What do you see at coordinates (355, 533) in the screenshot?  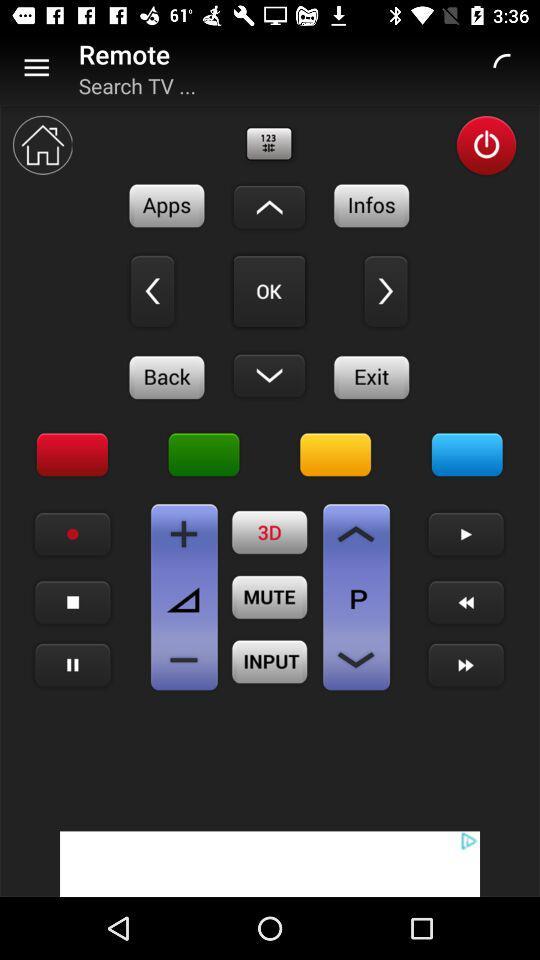 I see `previous page` at bounding box center [355, 533].